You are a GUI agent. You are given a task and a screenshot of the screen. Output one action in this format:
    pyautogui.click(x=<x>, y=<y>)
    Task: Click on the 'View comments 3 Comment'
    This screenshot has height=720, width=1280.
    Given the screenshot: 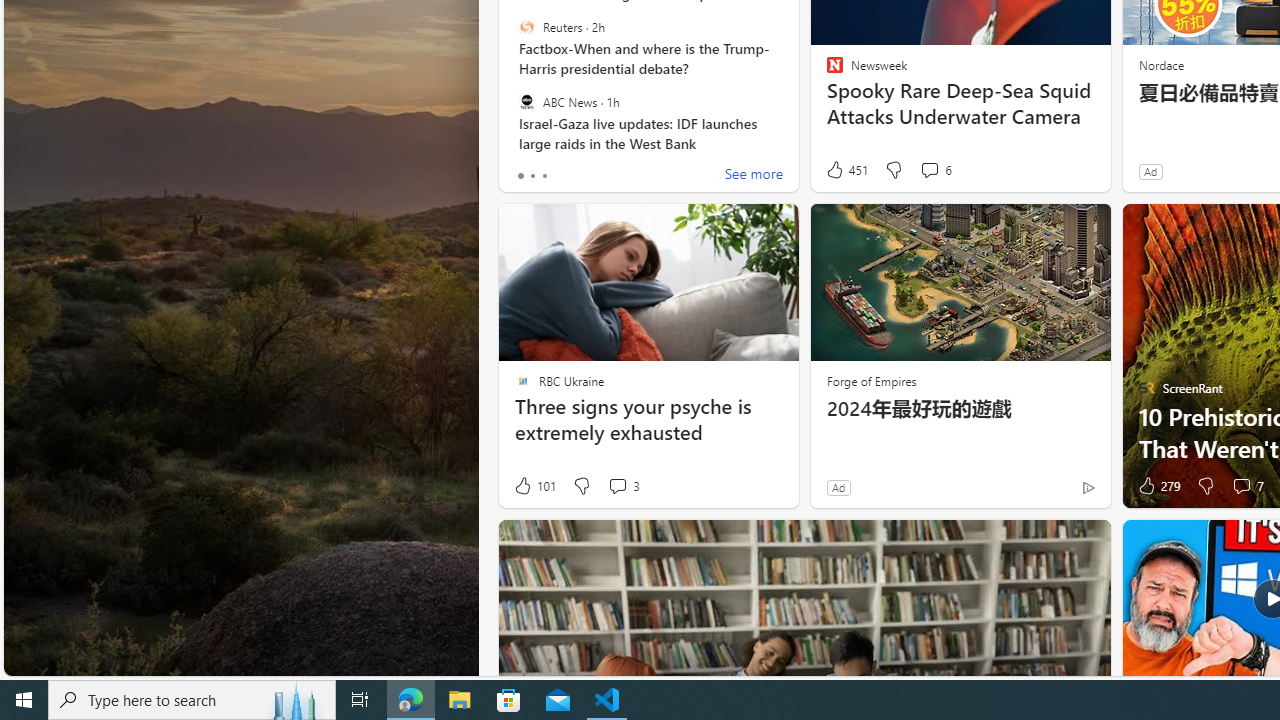 What is the action you would take?
    pyautogui.click(x=616, y=486)
    